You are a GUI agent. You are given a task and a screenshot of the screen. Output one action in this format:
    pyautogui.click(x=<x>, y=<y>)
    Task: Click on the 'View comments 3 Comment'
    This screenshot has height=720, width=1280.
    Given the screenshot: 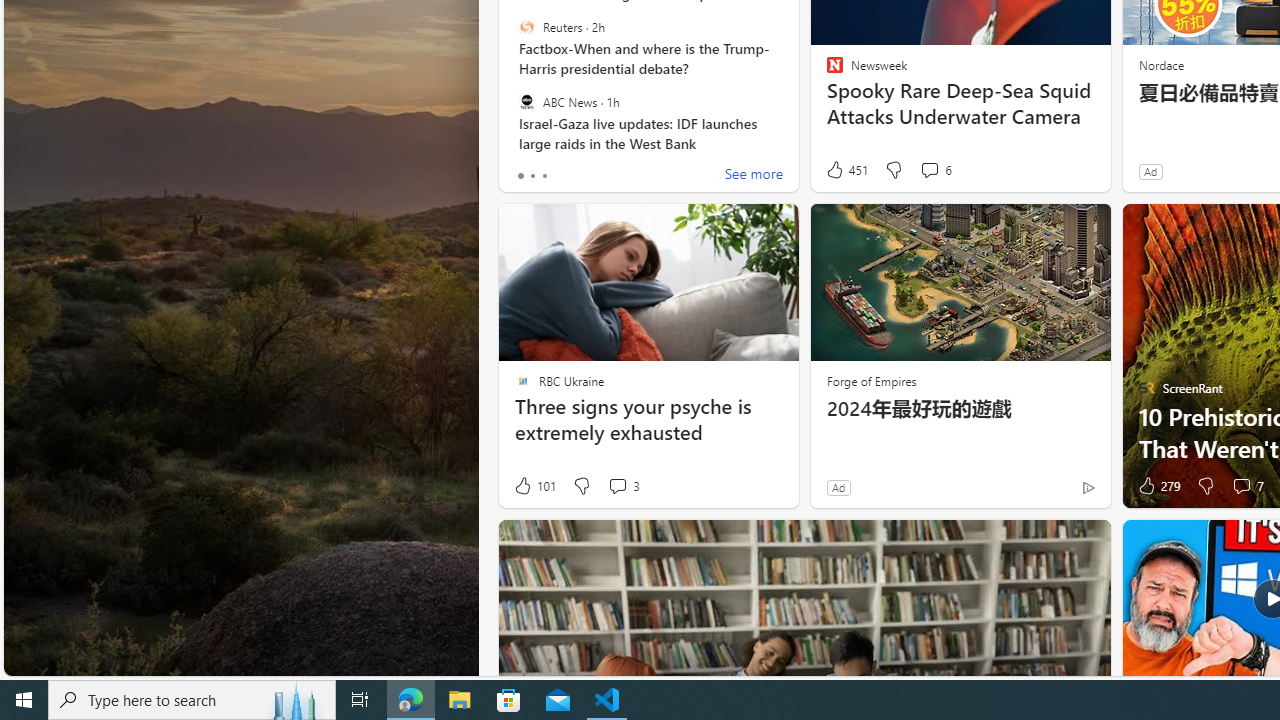 What is the action you would take?
    pyautogui.click(x=616, y=486)
    